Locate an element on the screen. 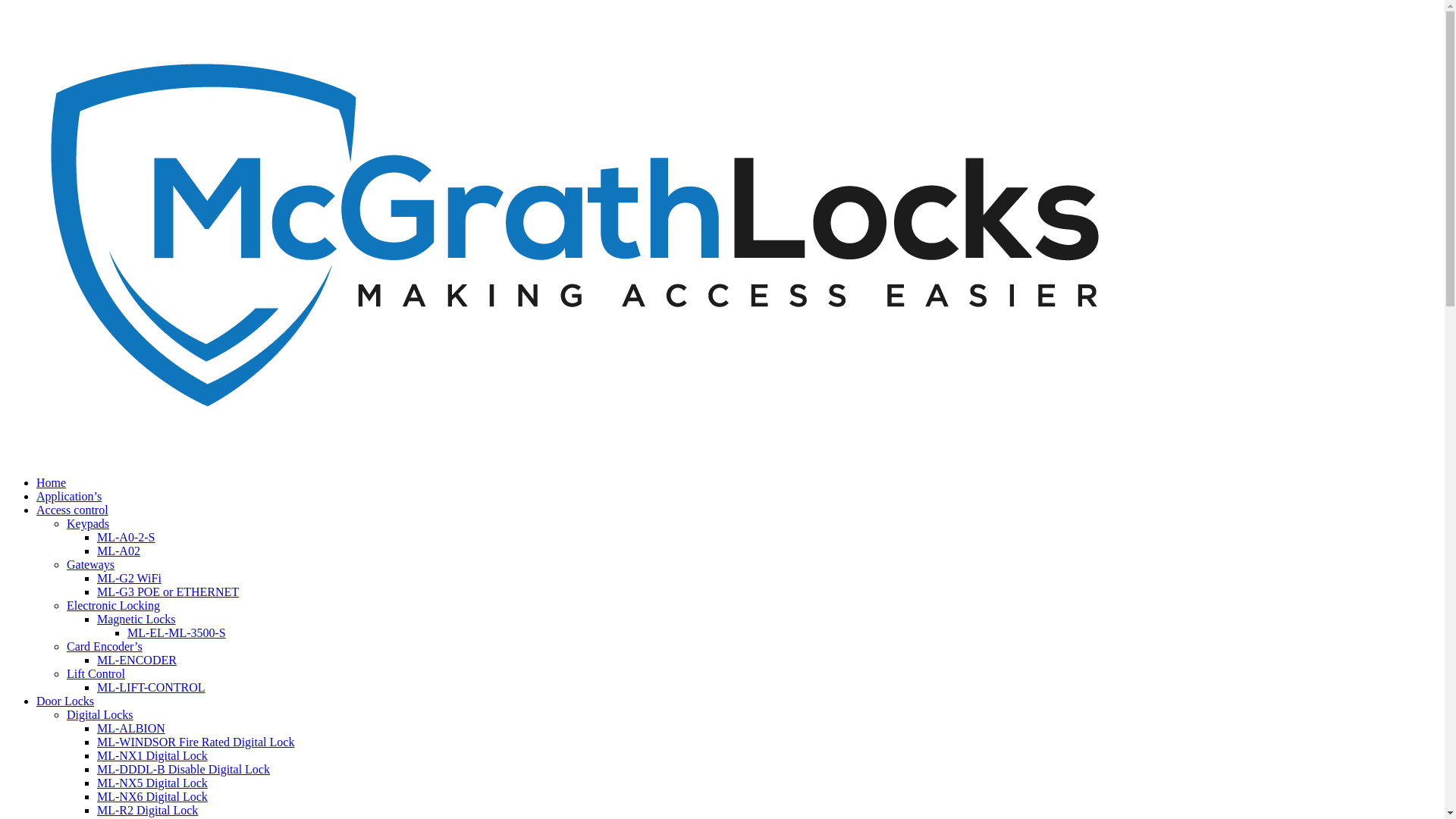 The width and height of the screenshot is (1456, 819). 'Digital Locks' is located at coordinates (99, 714).